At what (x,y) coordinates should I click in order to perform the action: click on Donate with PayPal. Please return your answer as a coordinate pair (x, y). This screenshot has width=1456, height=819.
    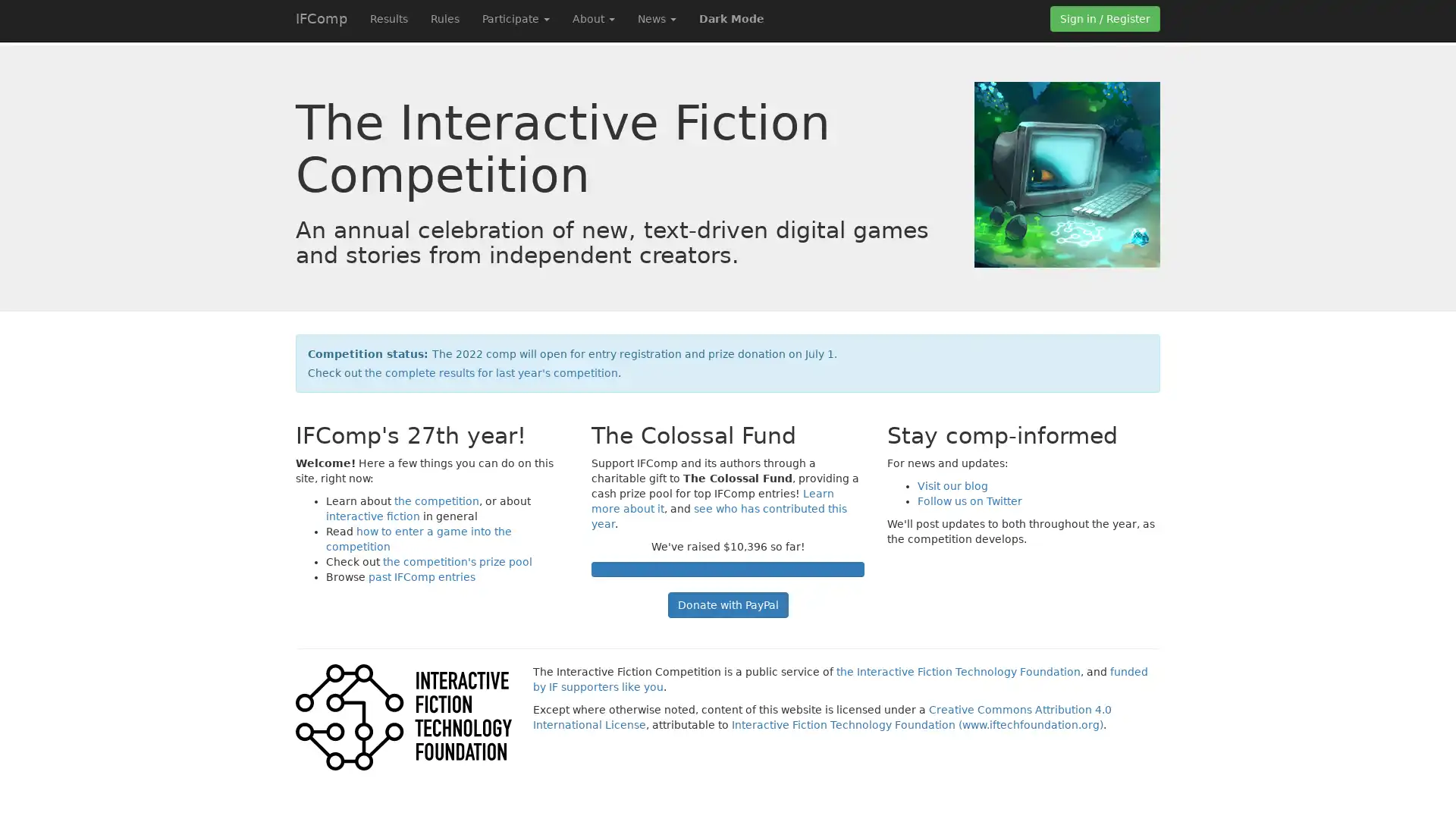
    Looking at the image, I should click on (726, 604).